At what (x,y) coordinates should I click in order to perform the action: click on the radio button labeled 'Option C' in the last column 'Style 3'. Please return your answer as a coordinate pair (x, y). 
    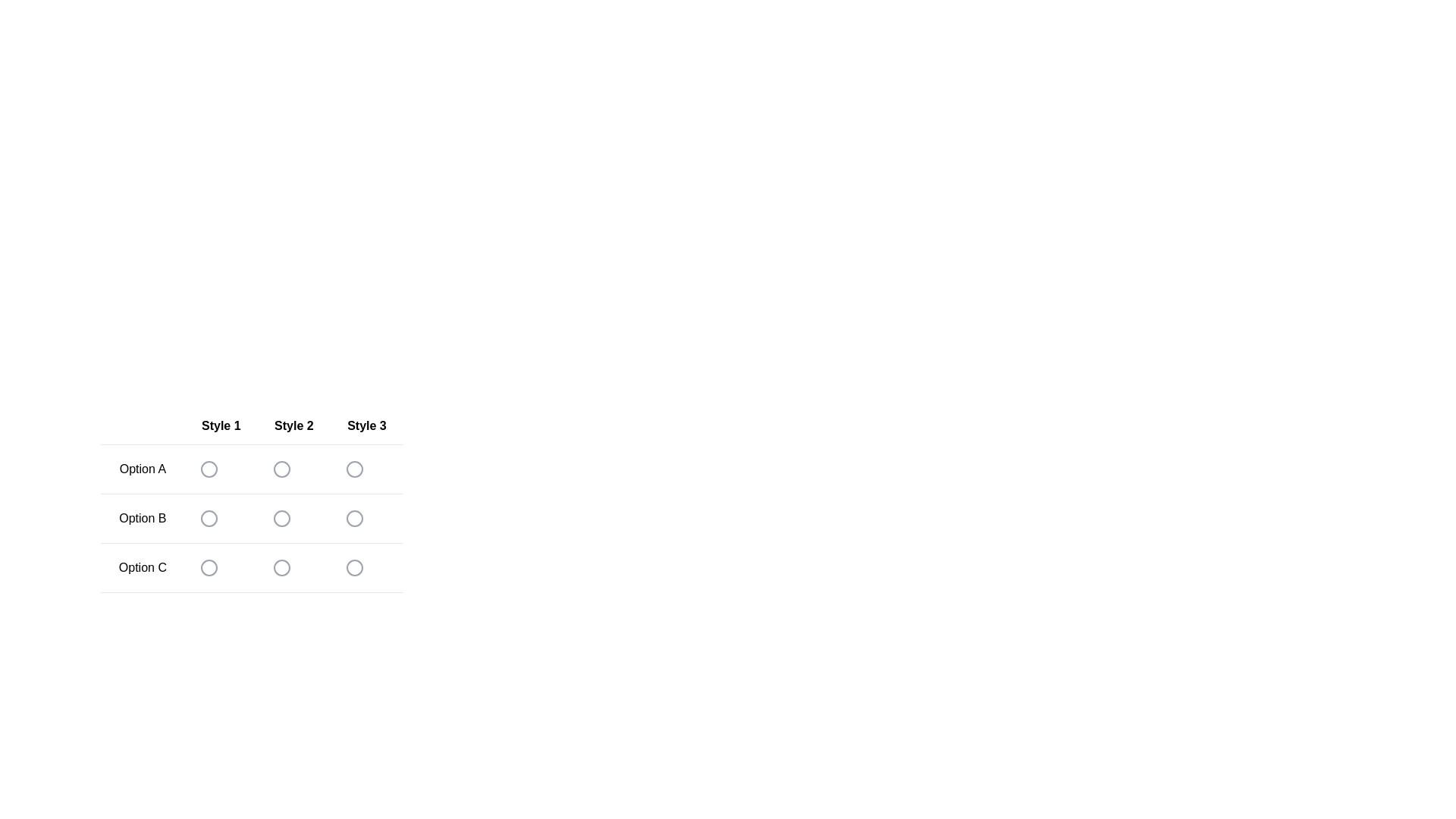
    Looking at the image, I should click on (353, 567).